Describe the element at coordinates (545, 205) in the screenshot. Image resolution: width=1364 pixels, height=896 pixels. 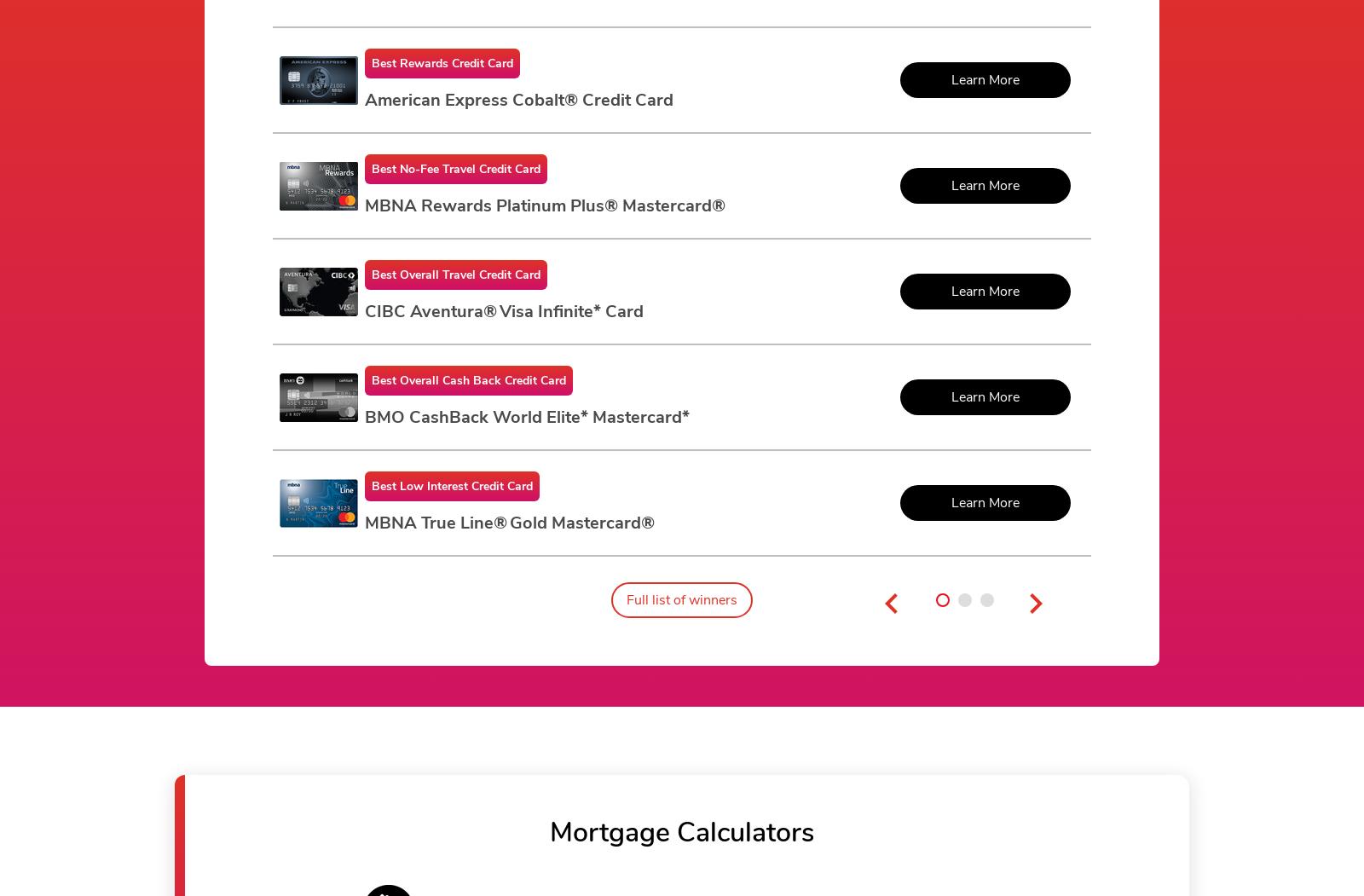
I see `'MBNA Rewards Platinum Plus® Mastercard®'` at that location.